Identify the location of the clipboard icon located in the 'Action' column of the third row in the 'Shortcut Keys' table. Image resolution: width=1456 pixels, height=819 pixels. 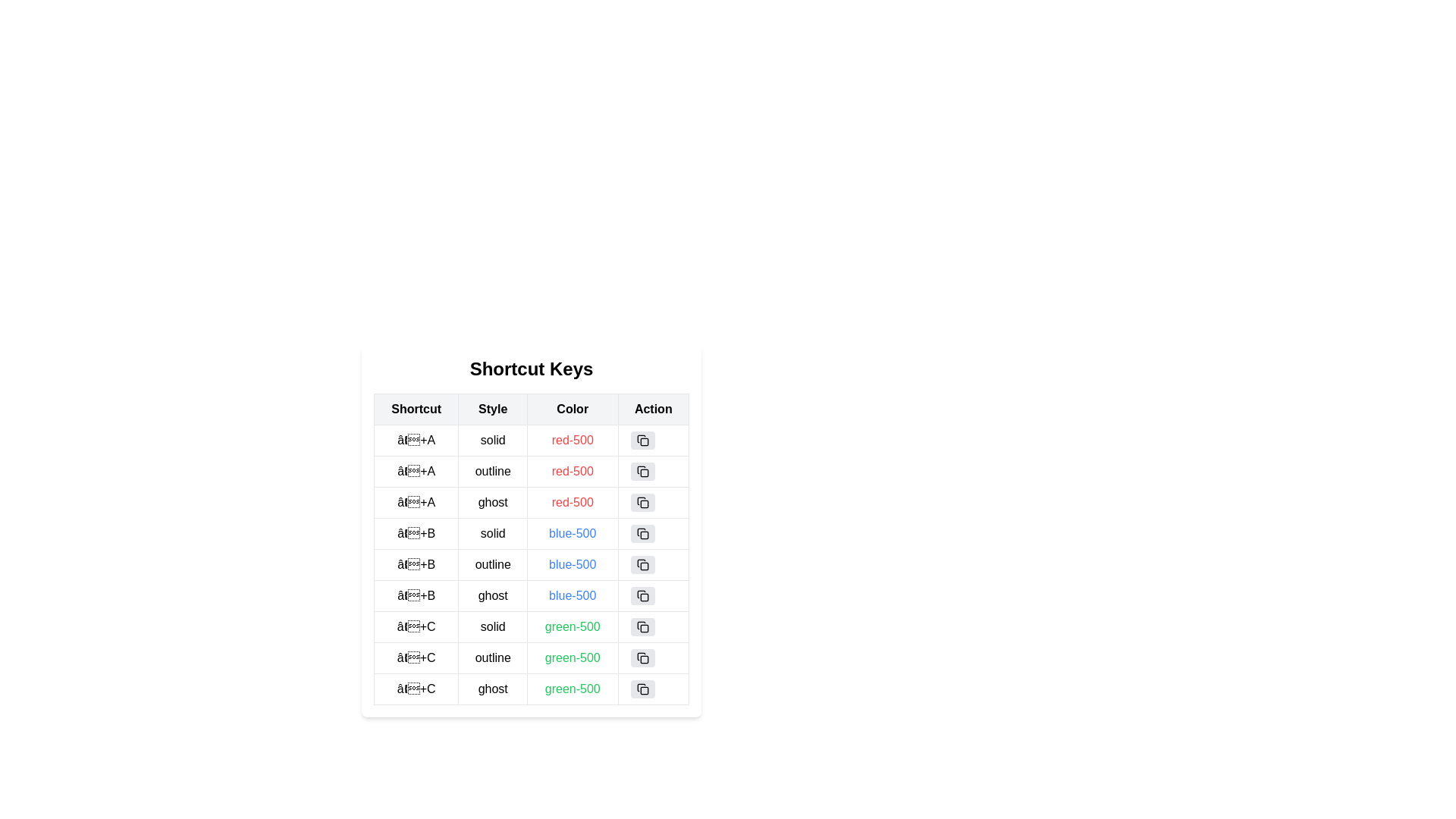
(641, 500).